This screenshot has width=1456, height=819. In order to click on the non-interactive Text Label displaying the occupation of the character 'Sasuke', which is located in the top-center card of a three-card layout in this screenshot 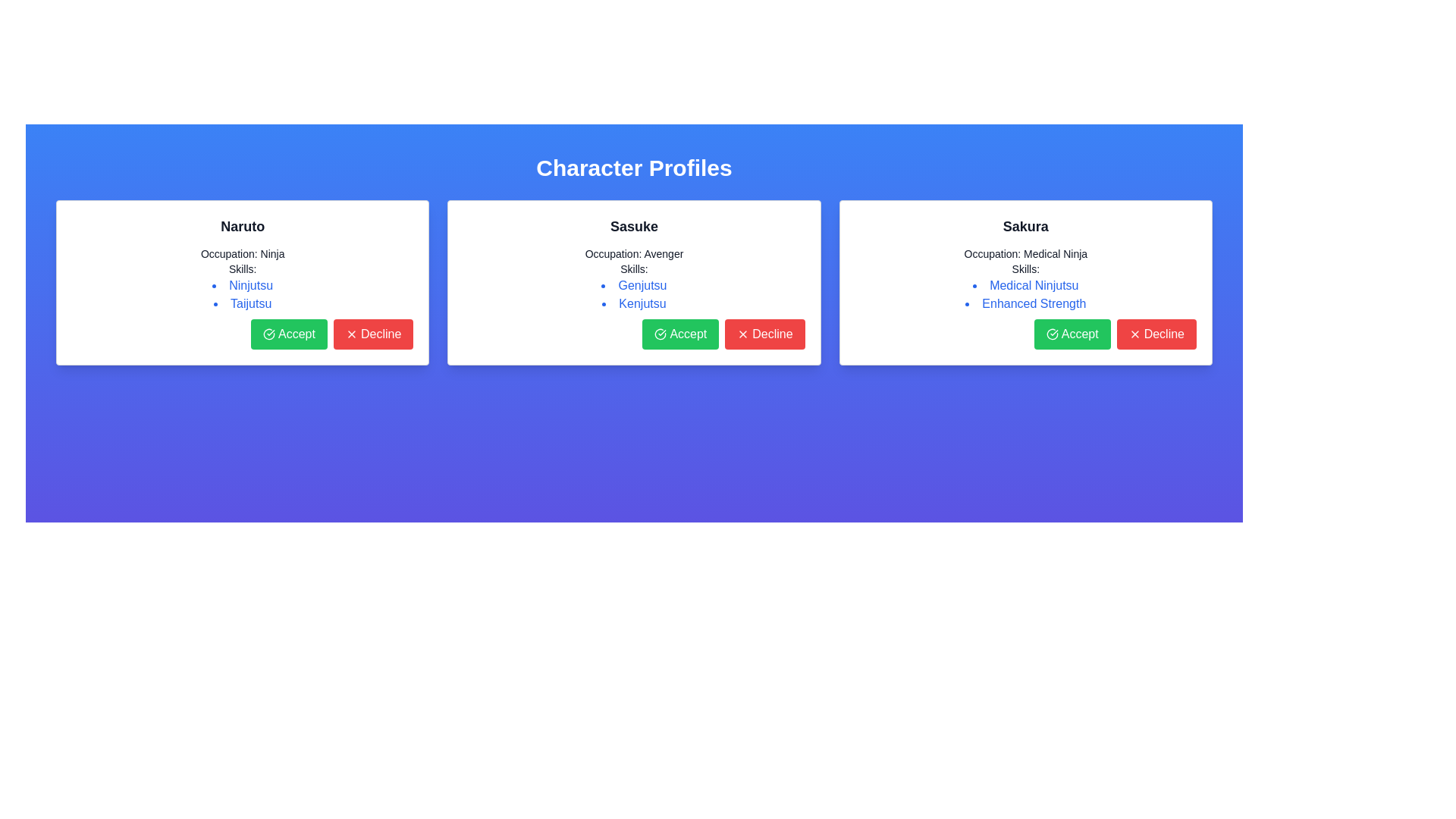, I will do `click(634, 253)`.